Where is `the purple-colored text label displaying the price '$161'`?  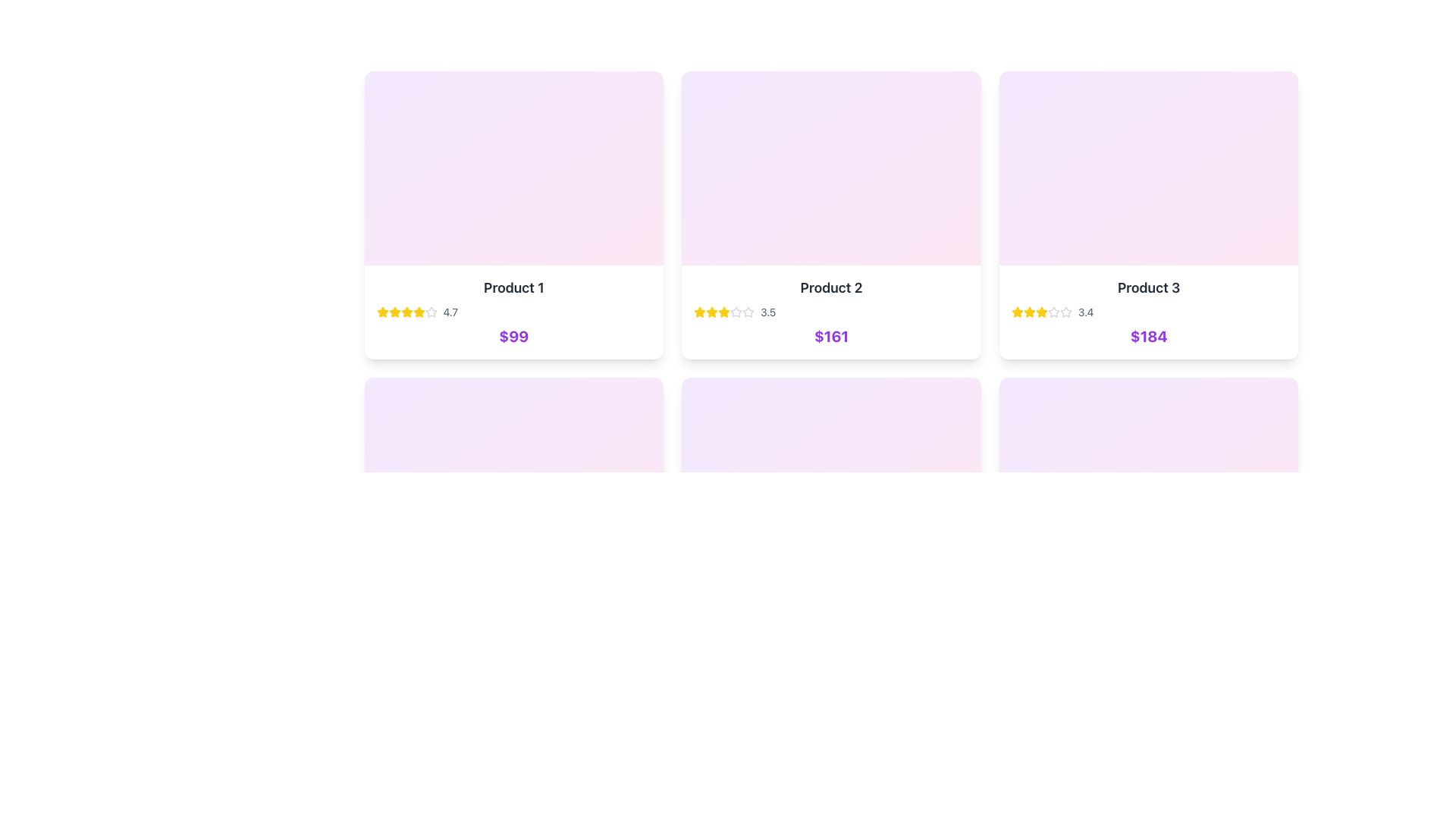
the purple-colored text label displaying the price '$161' is located at coordinates (830, 335).